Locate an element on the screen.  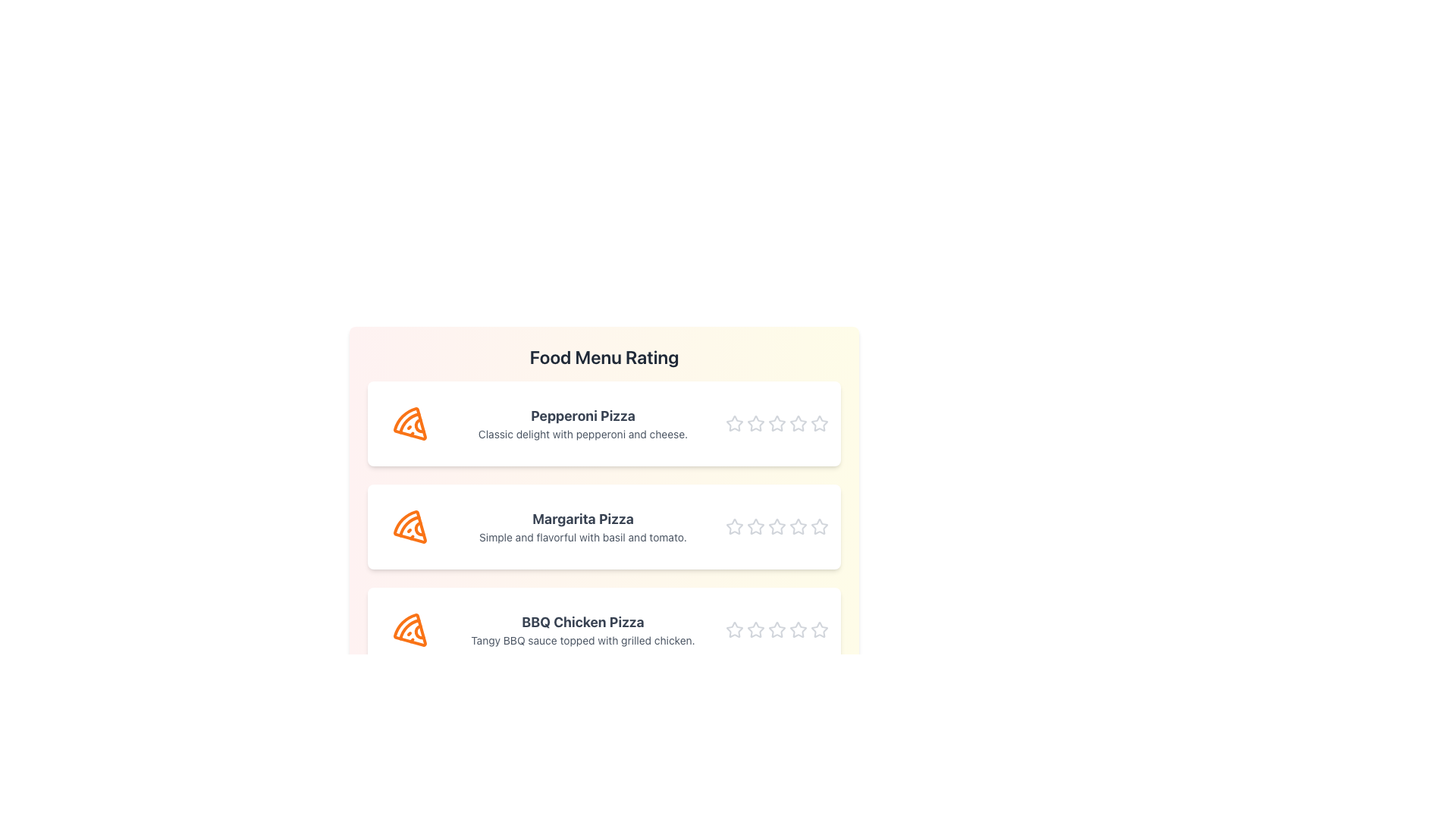
keyboard navigation is located at coordinates (818, 526).